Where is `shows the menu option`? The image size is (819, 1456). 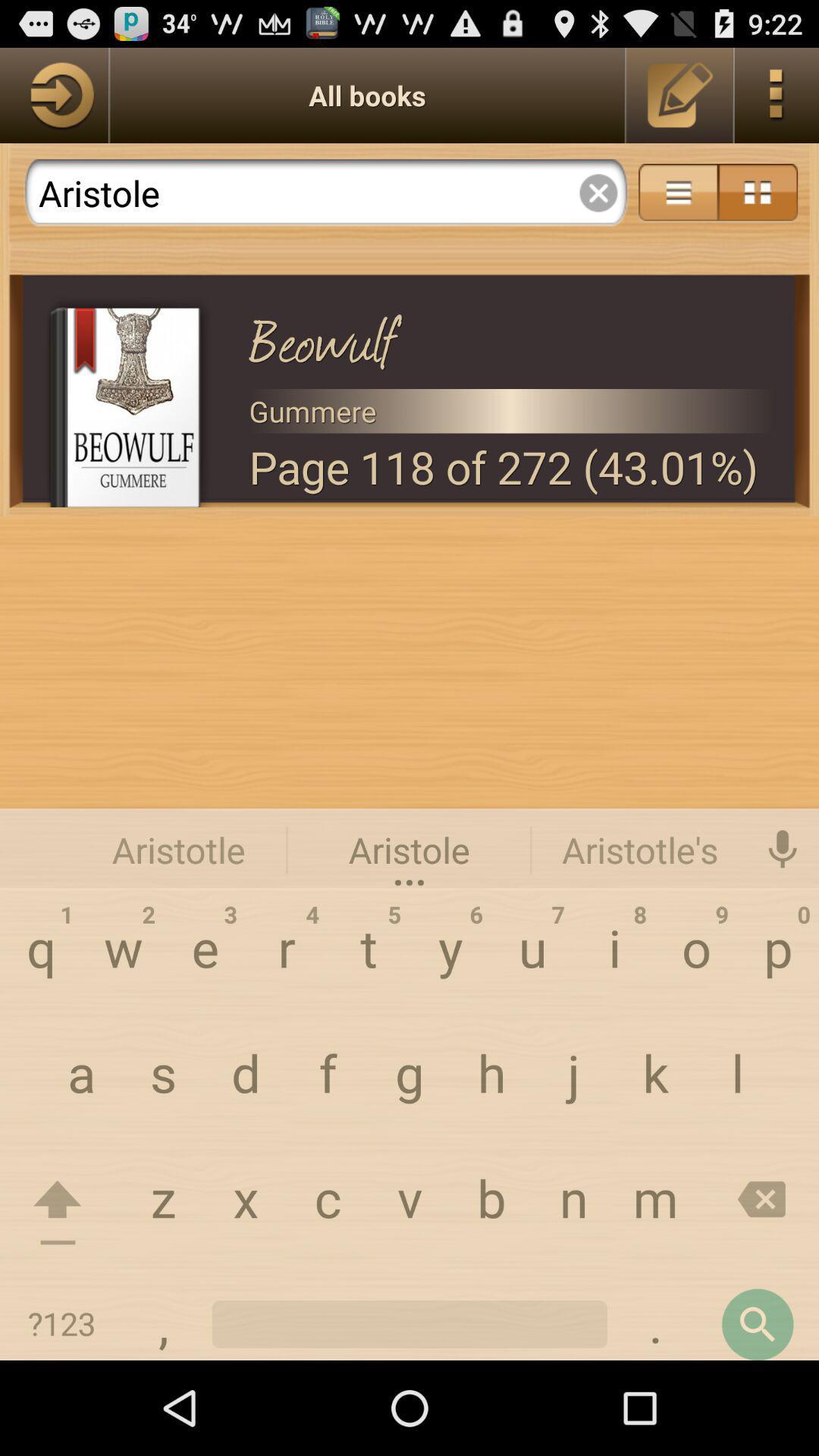
shows the menu option is located at coordinates (777, 94).